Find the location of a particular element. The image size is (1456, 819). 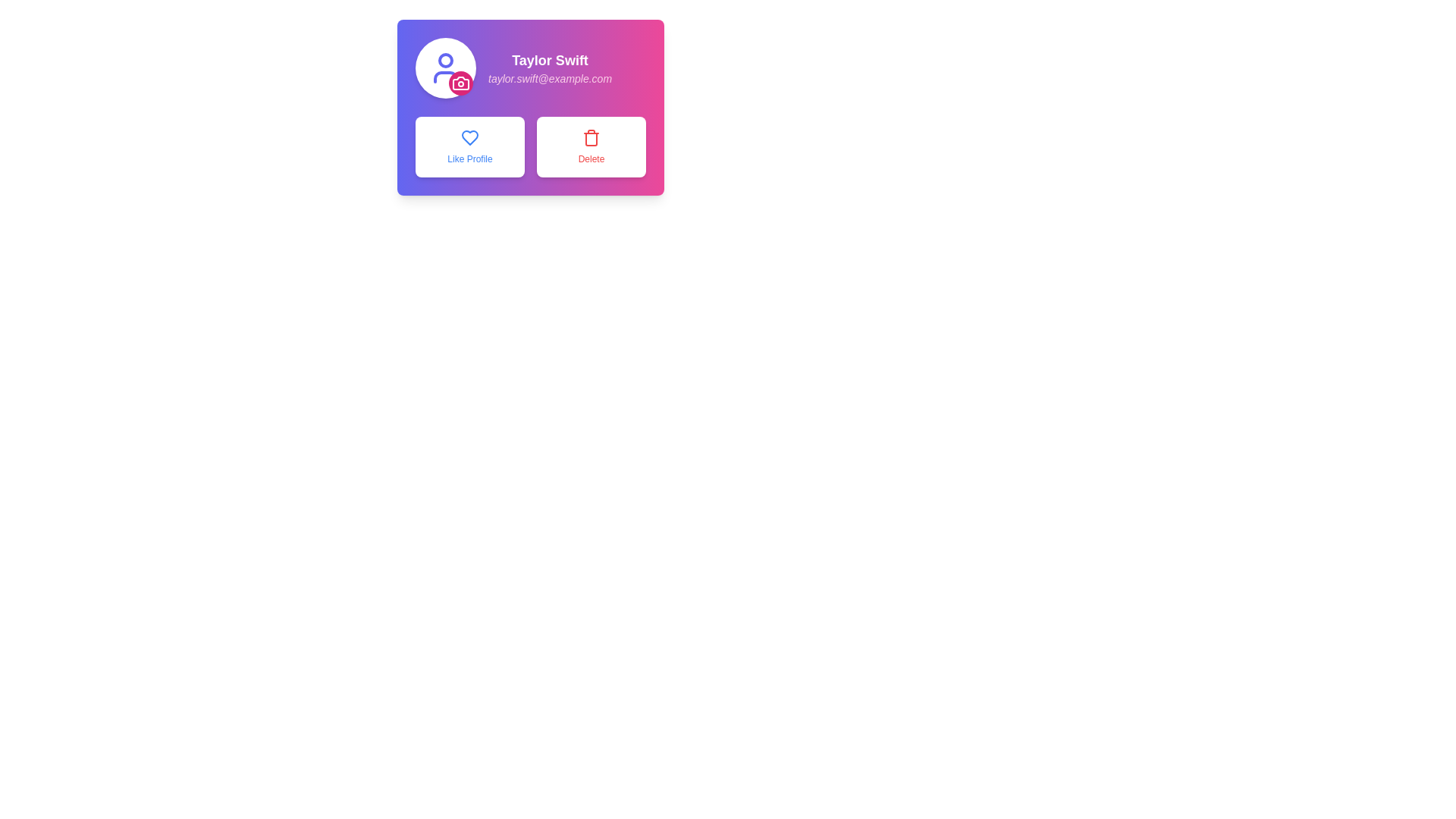

the pink circular button containing the SVG camera icon at the bottom-right corner of the user card for uploading or selecting a new image is located at coordinates (460, 83).